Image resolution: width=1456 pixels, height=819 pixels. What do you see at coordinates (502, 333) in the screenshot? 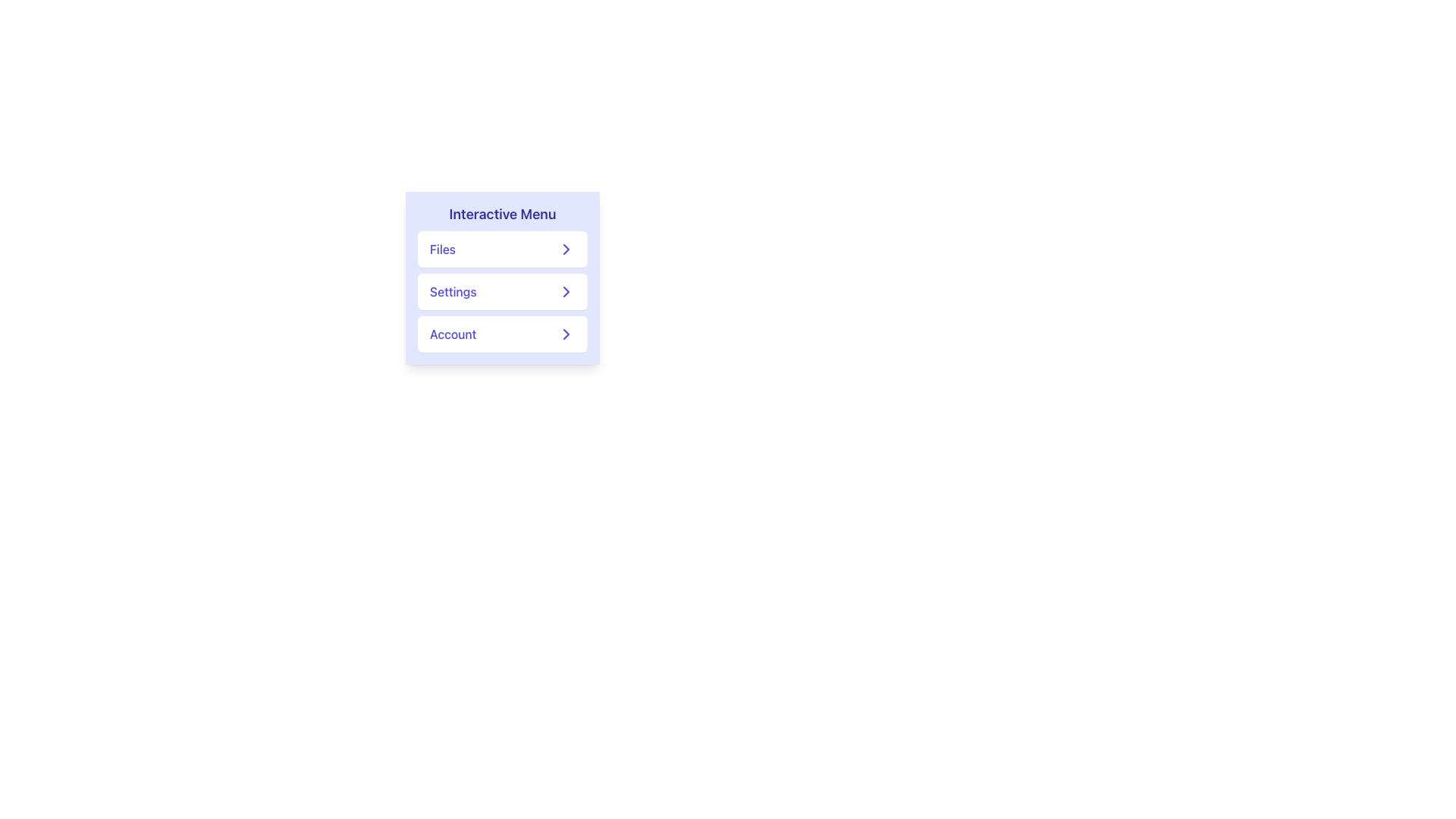
I see `the 'Account' interactive menu item` at bounding box center [502, 333].